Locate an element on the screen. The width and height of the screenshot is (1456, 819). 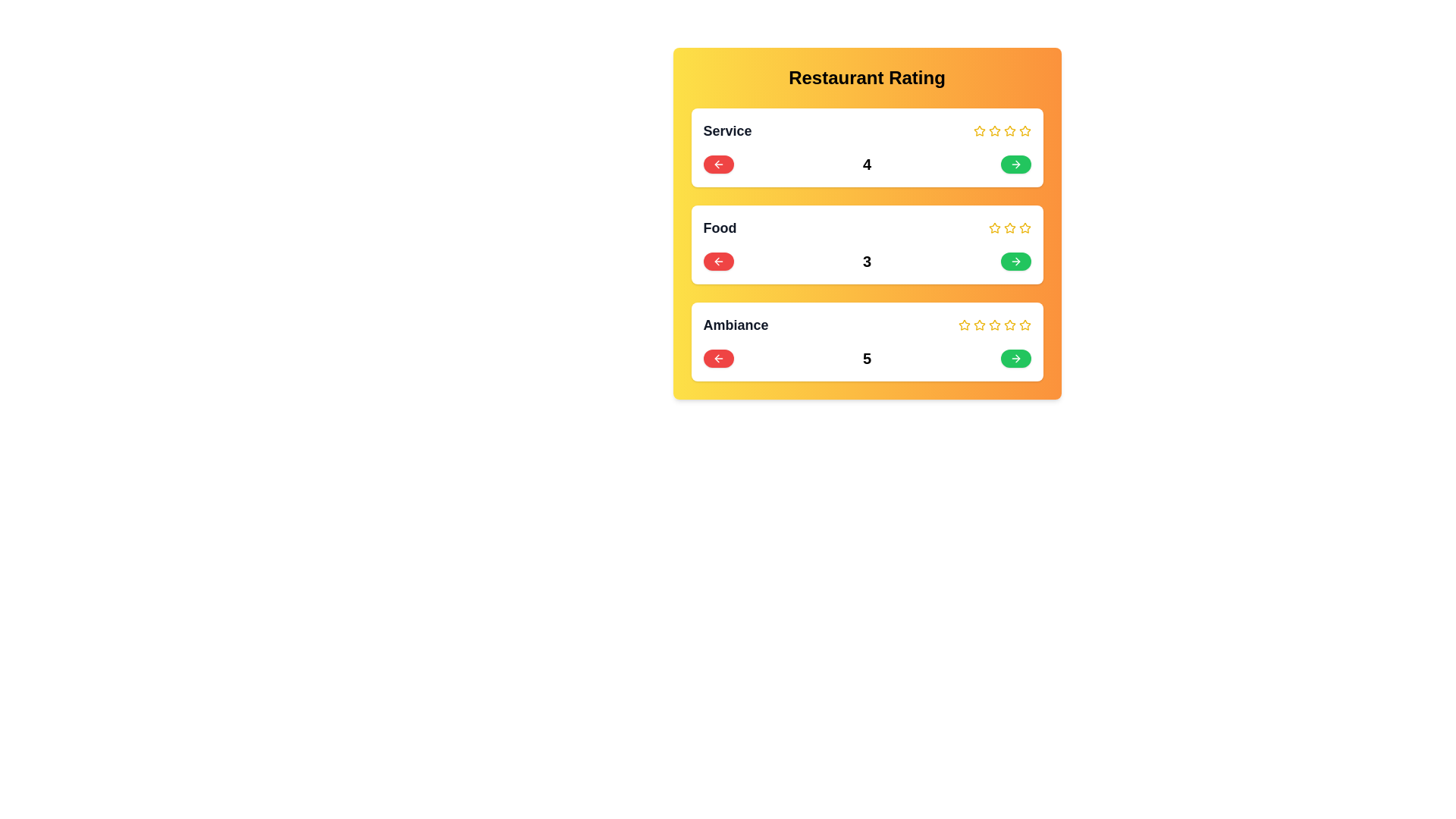
the first star icon in the rating system, which is yellowish-orange and styled with a sharp geometric design is located at coordinates (994, 130).